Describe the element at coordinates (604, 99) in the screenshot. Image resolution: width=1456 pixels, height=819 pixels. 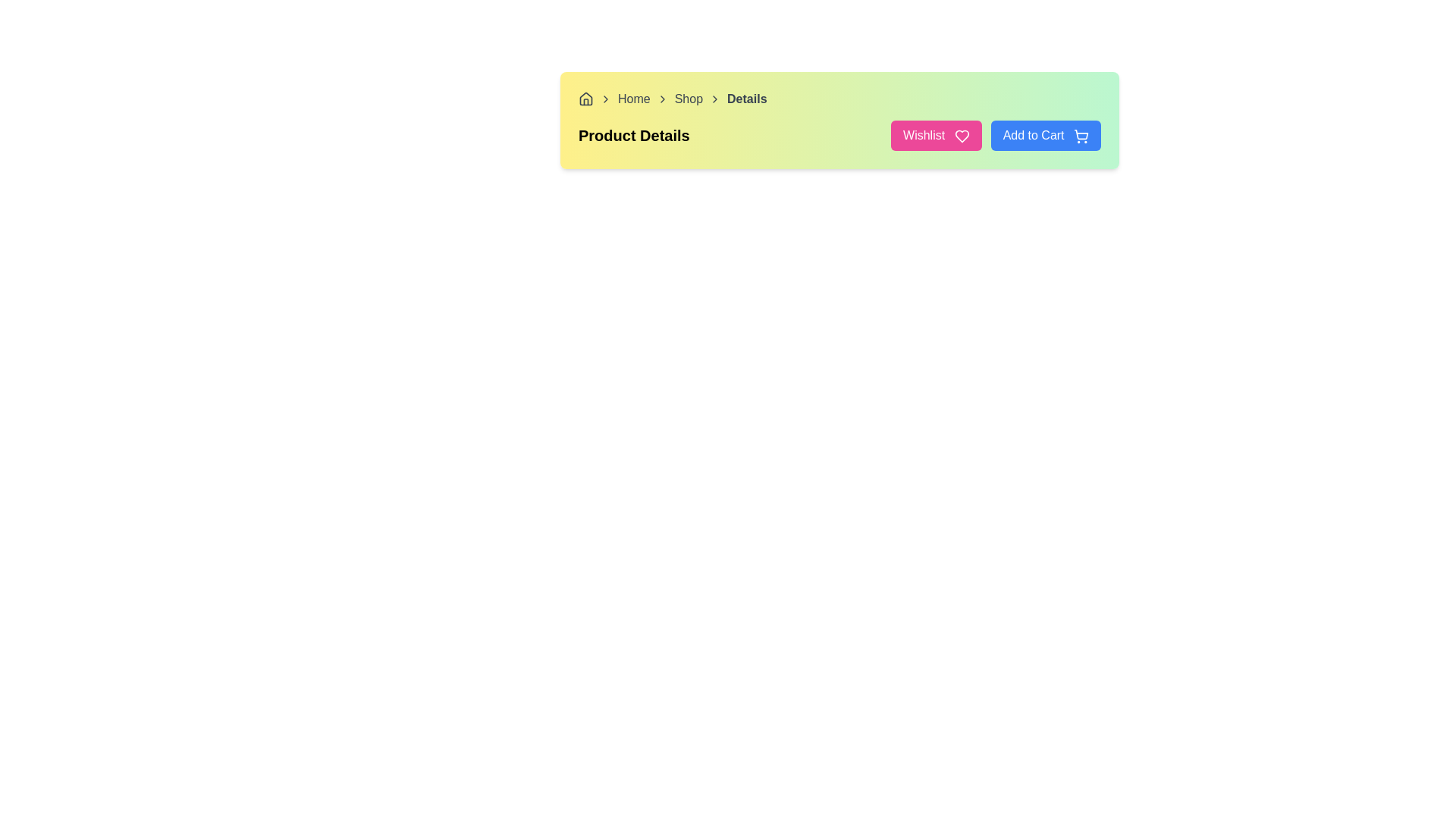
I see `the first right-pointing arrow in the breadcrumb navigation bar, which serves as a visual separator between the house icon and the 'Home' link` at that location.